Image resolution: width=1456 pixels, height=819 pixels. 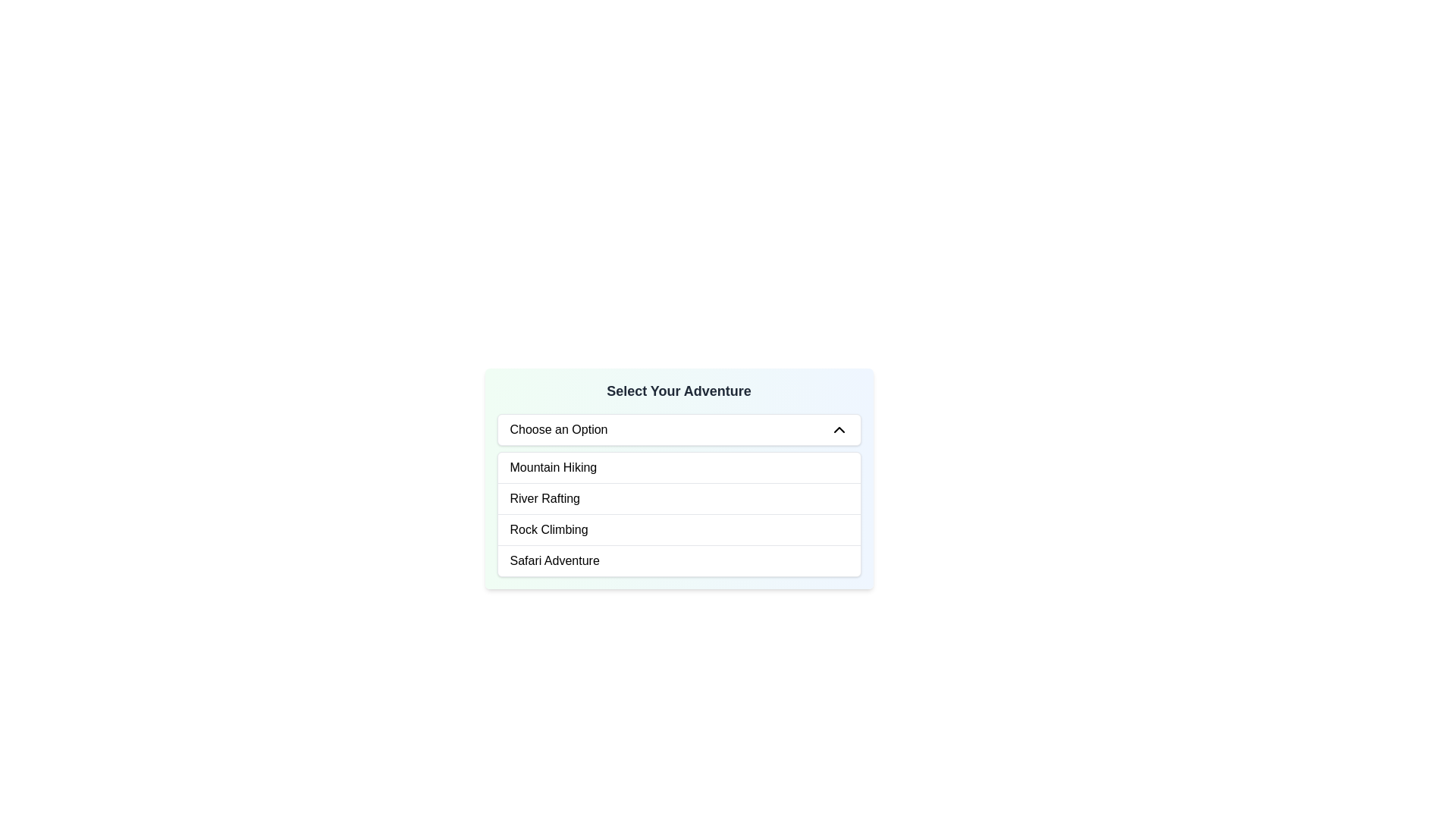 What do you see at coordinates (548, 529) in the screenshot?
I see `the 'Rock Climbing' option in the dropdown menu titled 'Select Your Adventure'` at bounding box center [548, 529].